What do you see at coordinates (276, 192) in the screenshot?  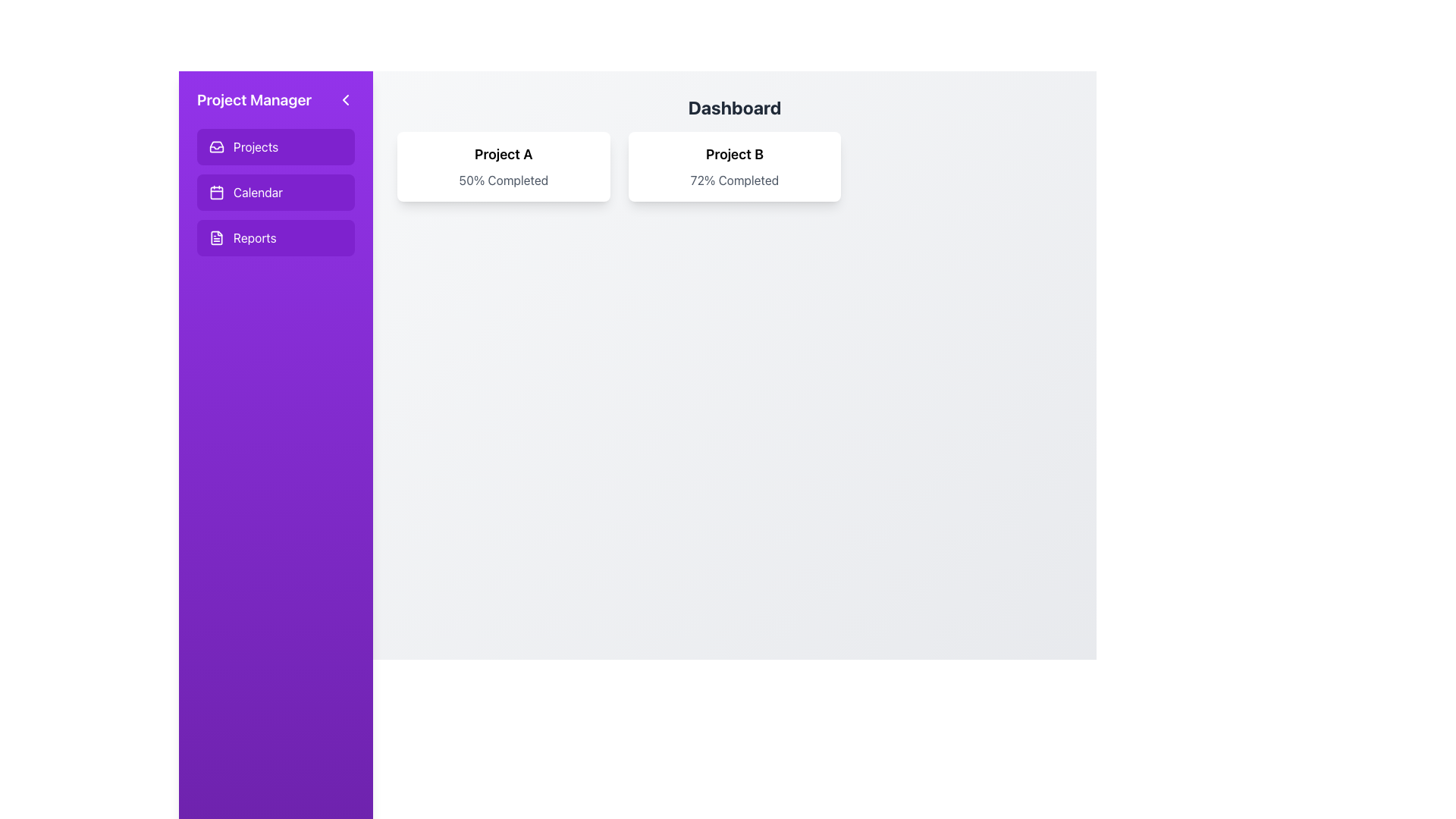 I see `the 'Calendar' button located in the left sidebar under the 'Project Manager' section` at bounding box center [276, 192].